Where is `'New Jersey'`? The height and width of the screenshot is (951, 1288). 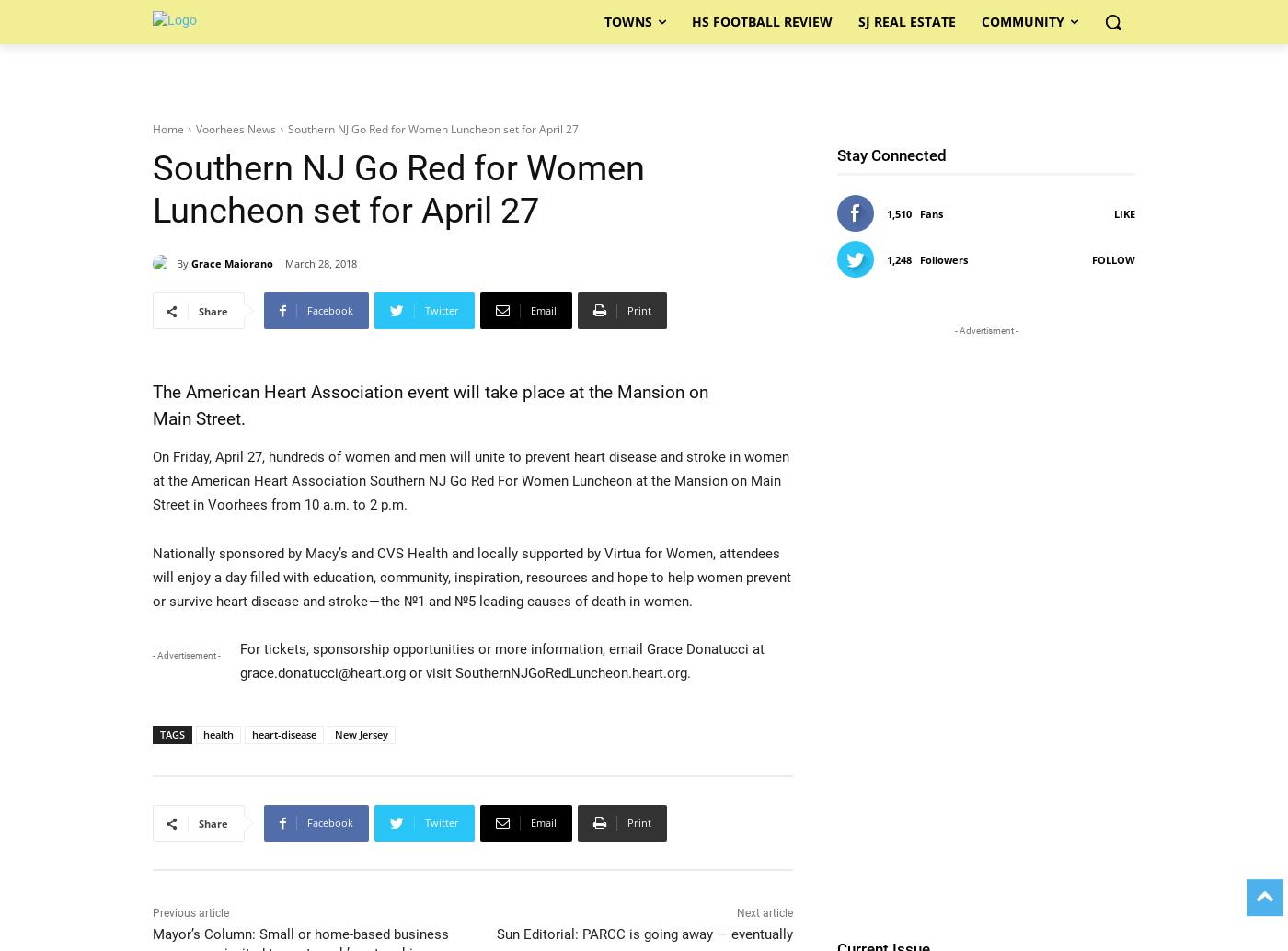 'New Jersey' is located at coordinates (361, 733).